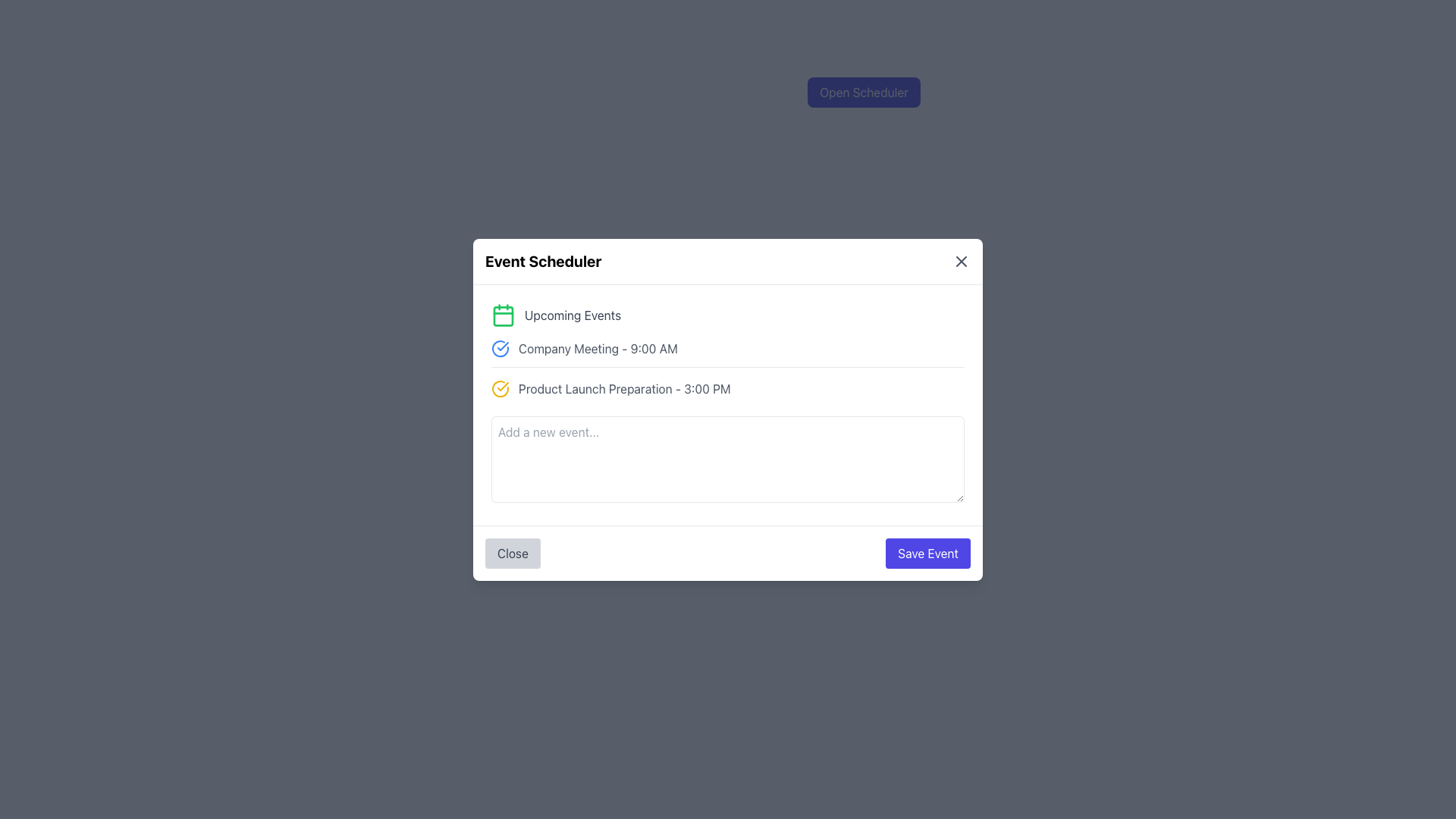 The width and height of the screenshot is (1456, 819). I want to click on the text label displaying 'Product Launch Preparation - 3:00 PM' in gray-colored font within the 'Event Scheduler' dialog, so click(624, 388).